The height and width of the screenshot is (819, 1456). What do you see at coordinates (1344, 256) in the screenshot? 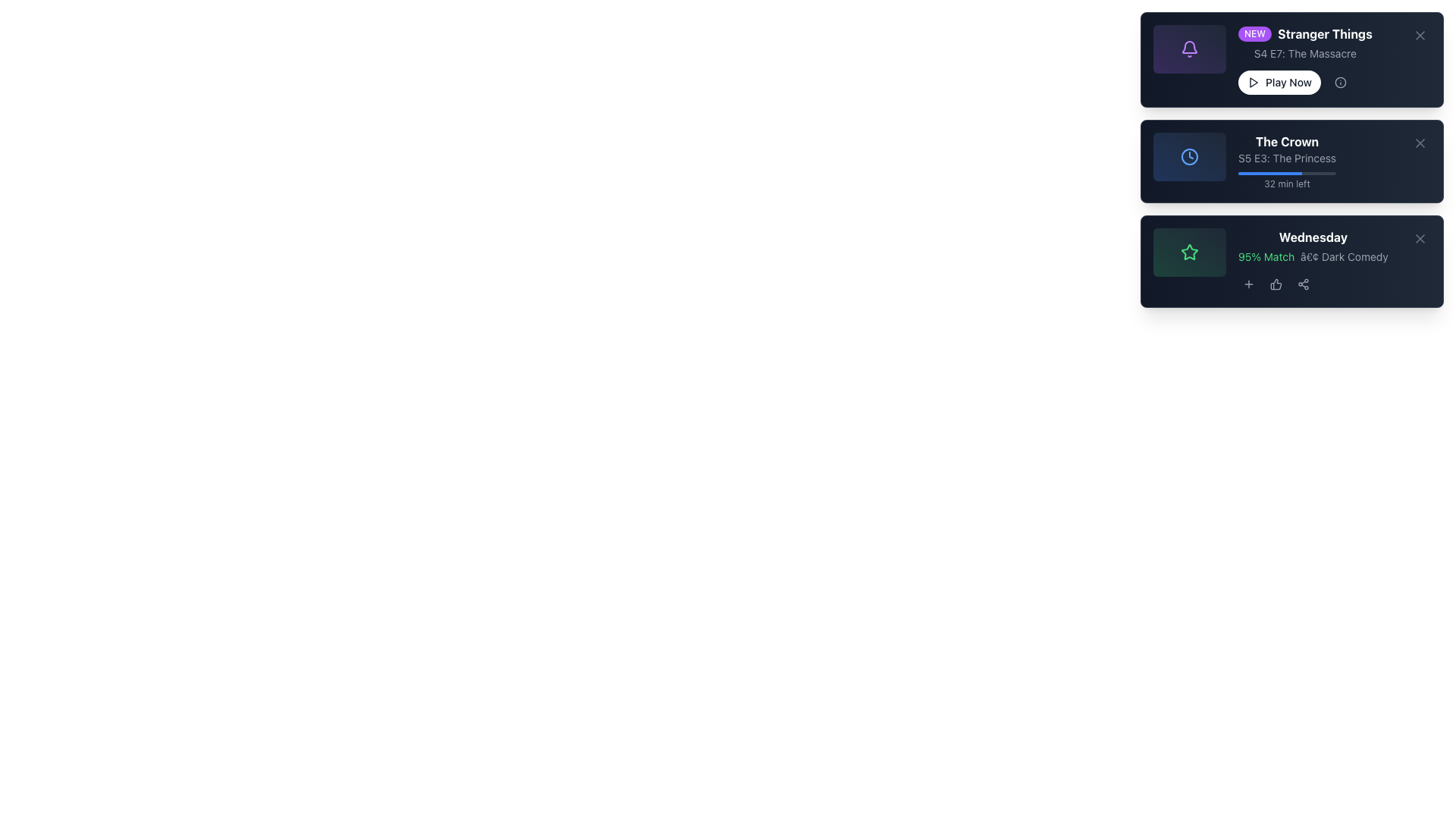
I see `the categorization label associated with the 'Wednesday' show, located to the right of the green text '95% Match' in the third content card` at bounding box center [1344, 256].